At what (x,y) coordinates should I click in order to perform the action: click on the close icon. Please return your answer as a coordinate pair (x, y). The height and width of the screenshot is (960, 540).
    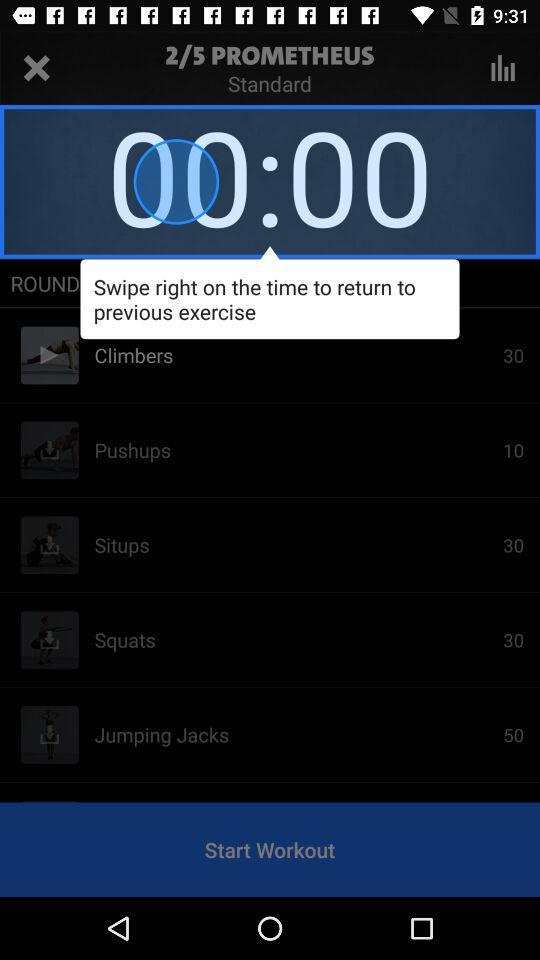
    Looking at the image, I should click on (36, 68).